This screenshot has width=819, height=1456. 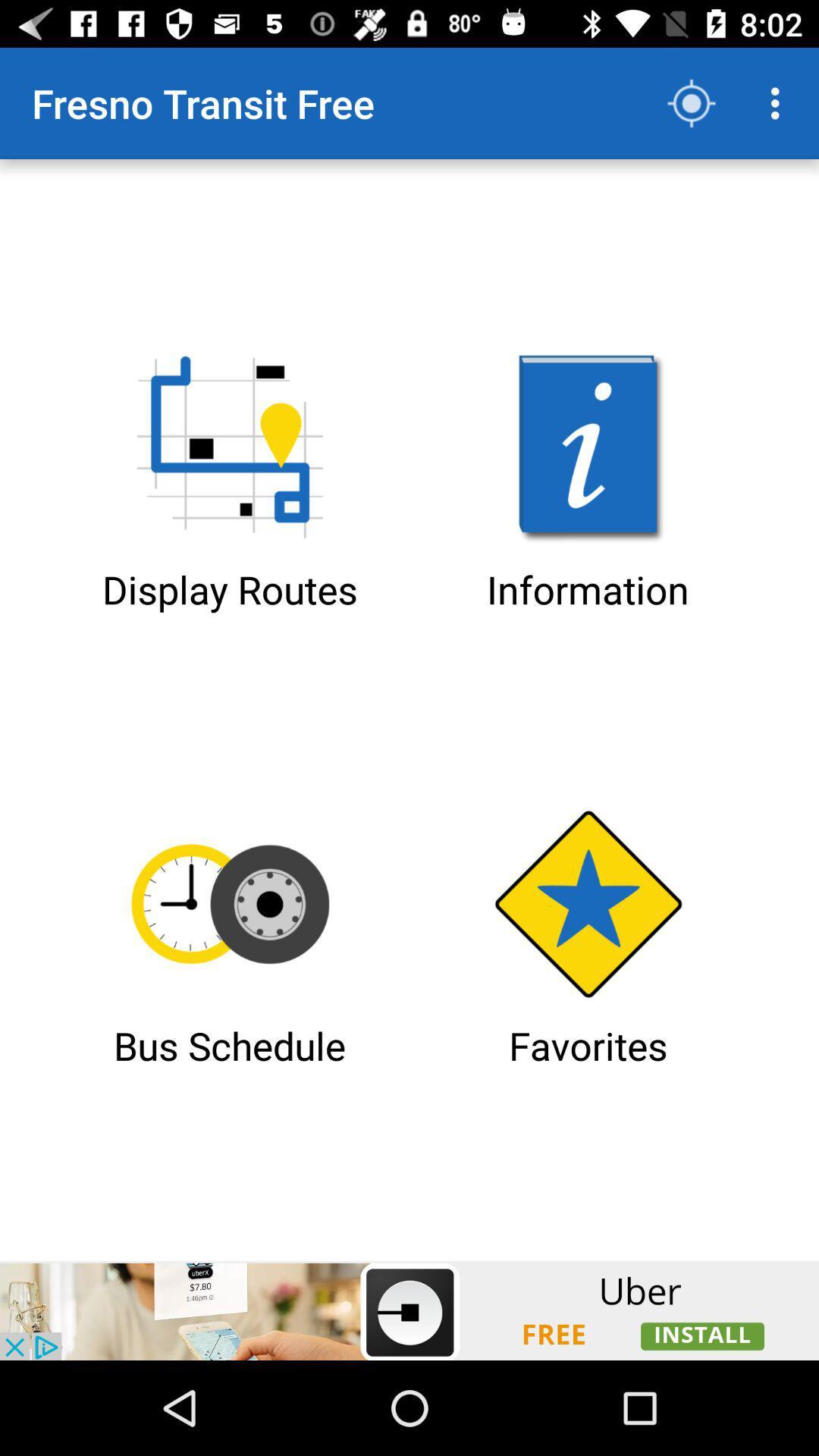 What do you see at coordinates (409, 1310) in the screenshot?
I see `sponsored advertisement` at bounding box center [409, 1310].